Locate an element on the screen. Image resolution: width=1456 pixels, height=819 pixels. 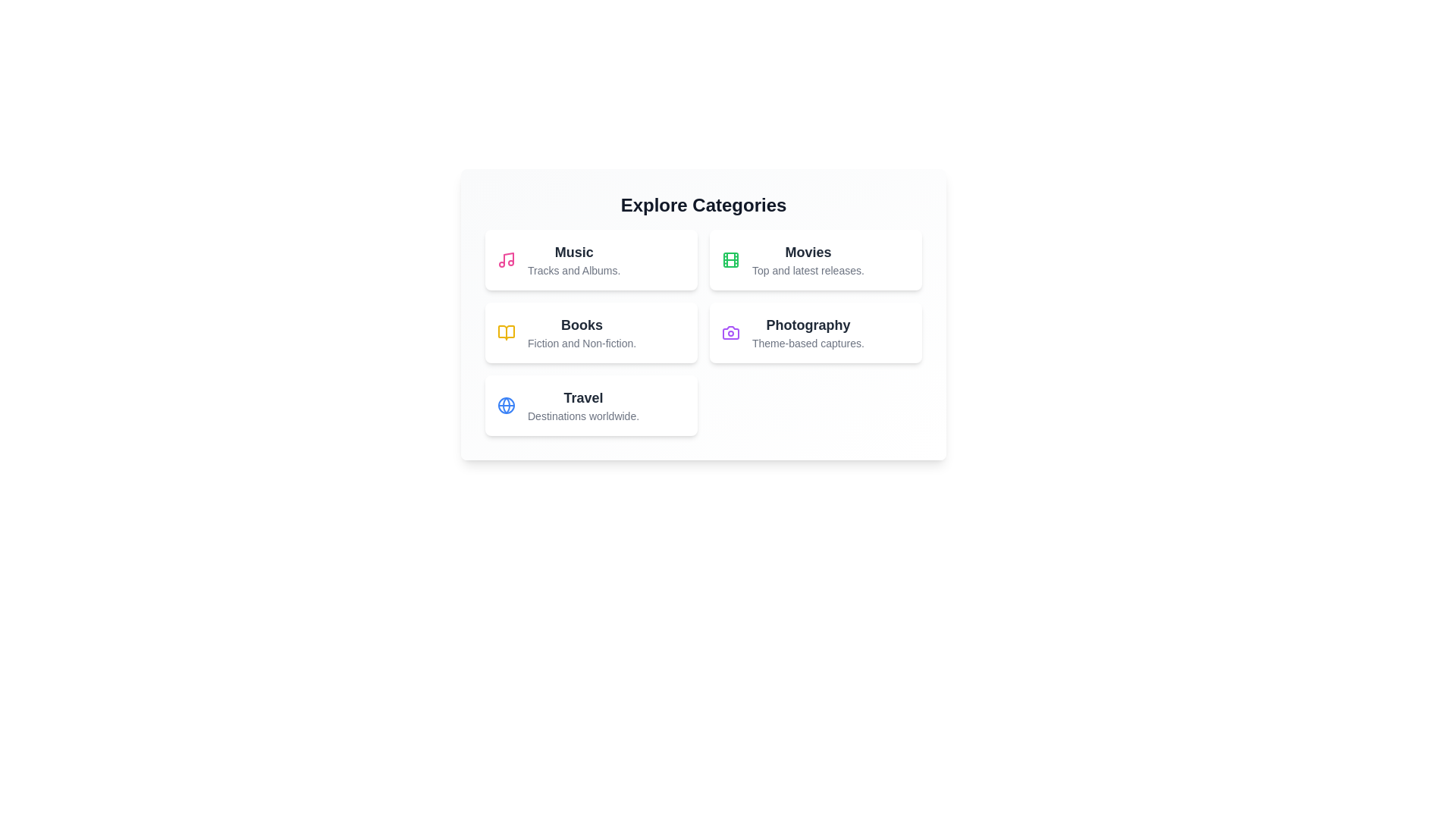
the category card corresponding to Music is located at coordinates (590, 259).